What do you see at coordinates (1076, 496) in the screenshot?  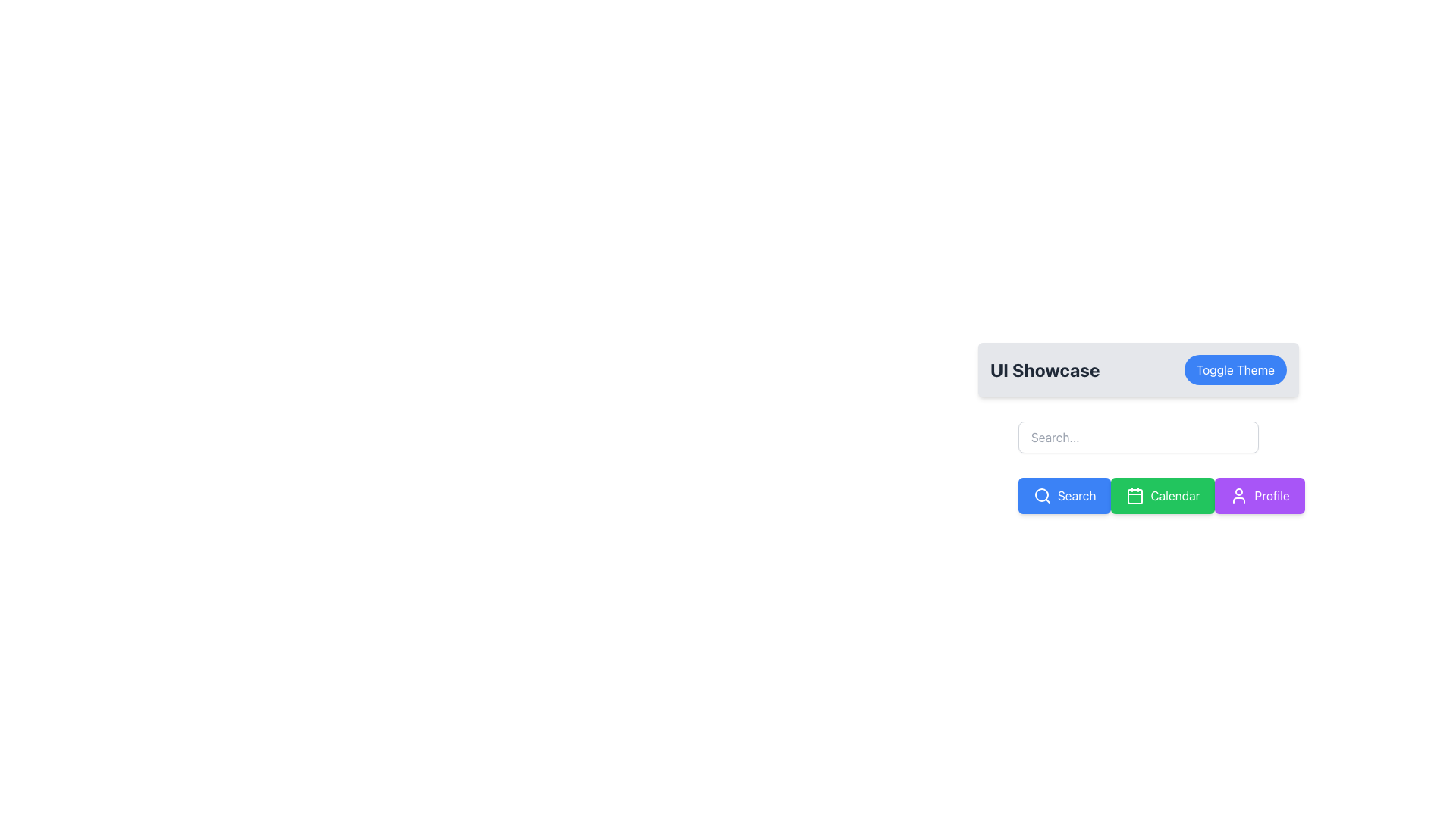 I see `text content of the label indicating the purpose of the search button, located inside a blue button in the bottom row, right of the magnifying glass icon` at bounding box center [1076, 496].